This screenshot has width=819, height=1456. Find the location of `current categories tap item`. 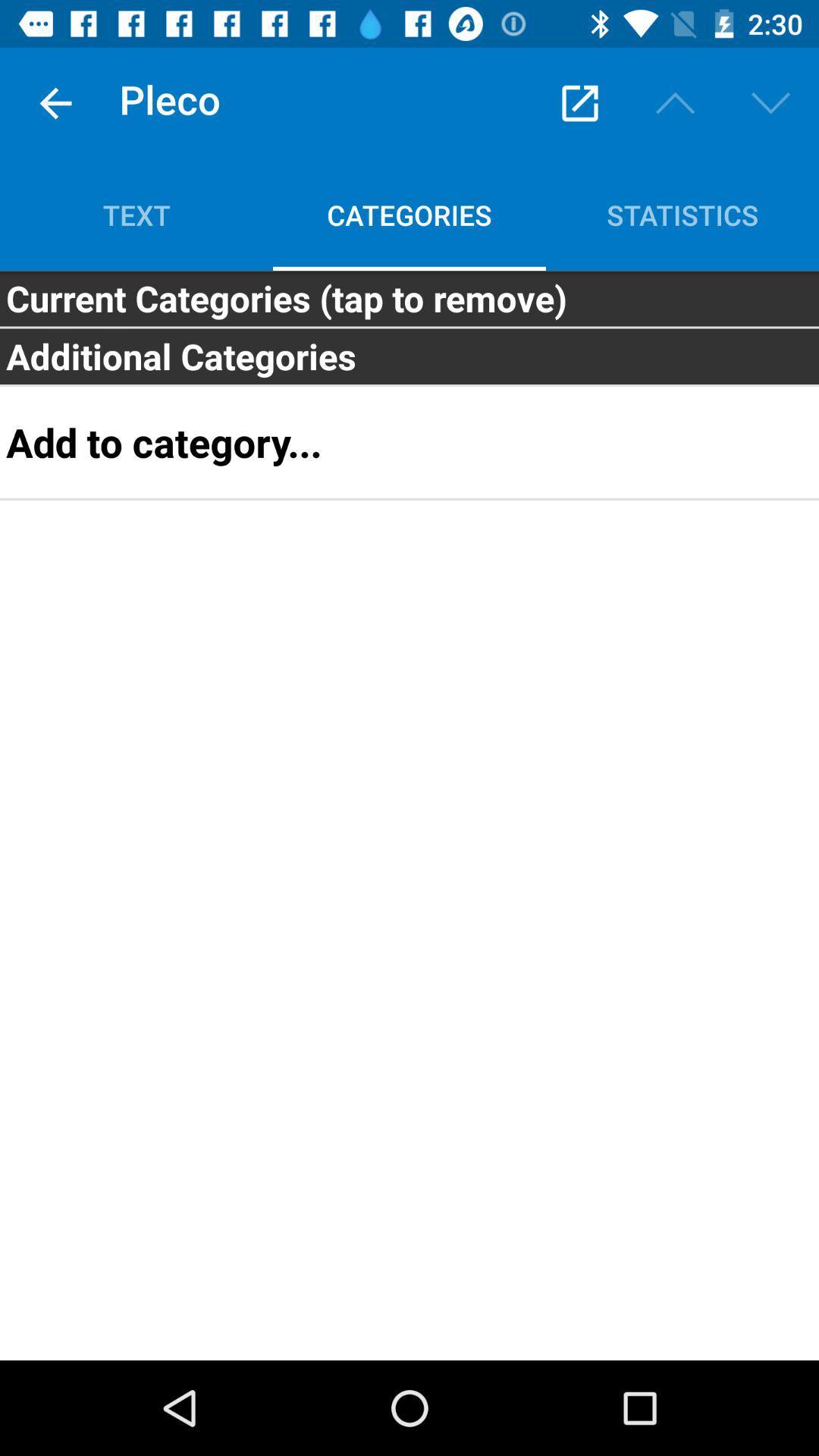

current categories tap item is located at coordinates (409, 298).